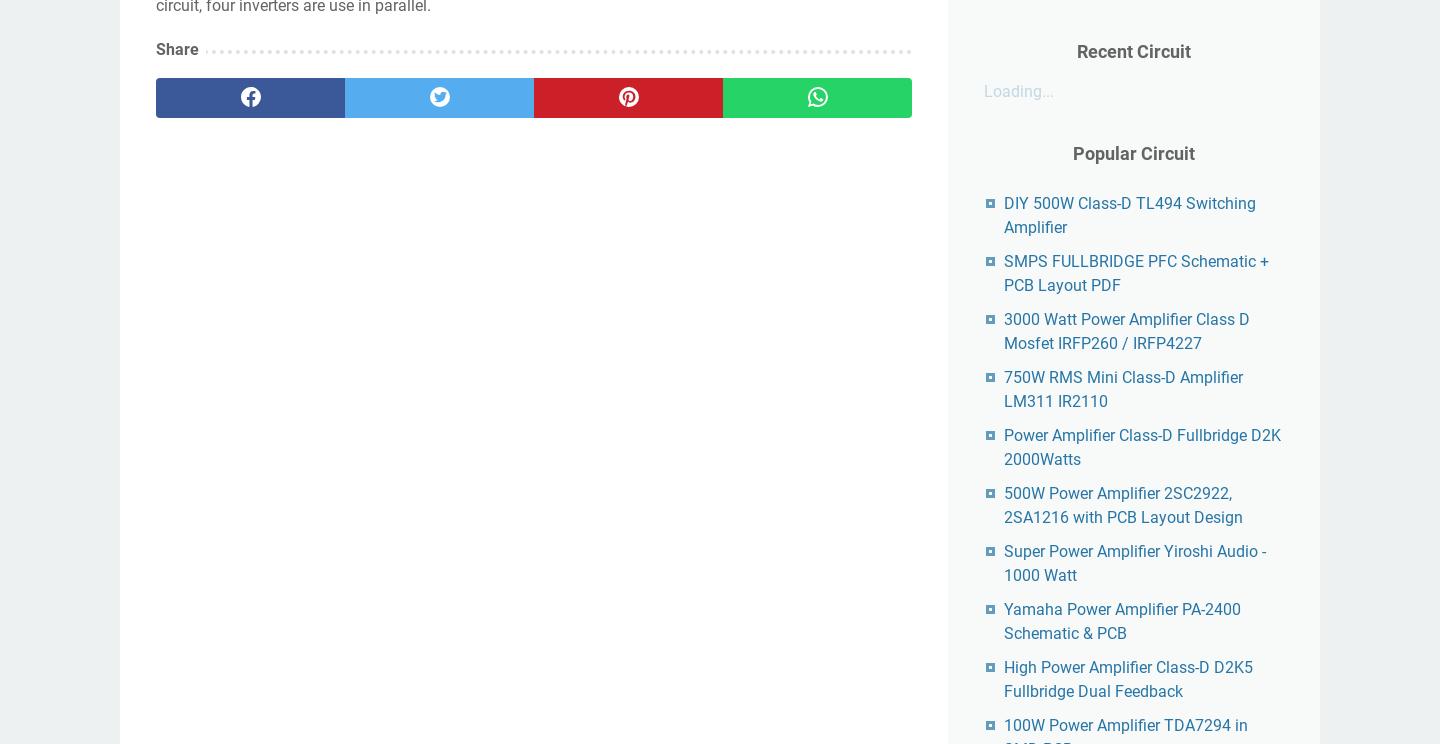  I want to click on 'Popular Circuit', so click(1072, 153).